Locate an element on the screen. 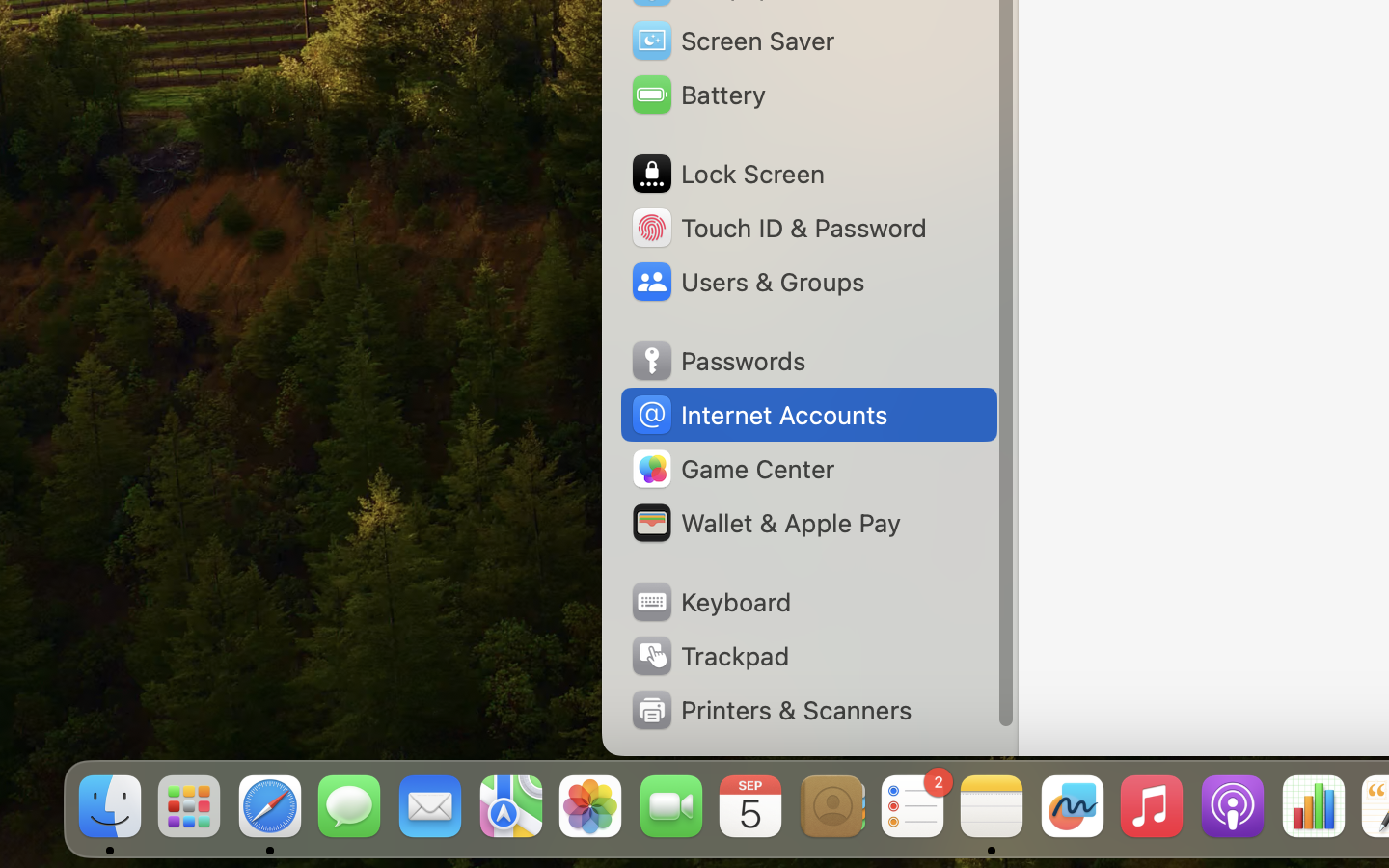  'Battery' is located at coordinates (696, 94).